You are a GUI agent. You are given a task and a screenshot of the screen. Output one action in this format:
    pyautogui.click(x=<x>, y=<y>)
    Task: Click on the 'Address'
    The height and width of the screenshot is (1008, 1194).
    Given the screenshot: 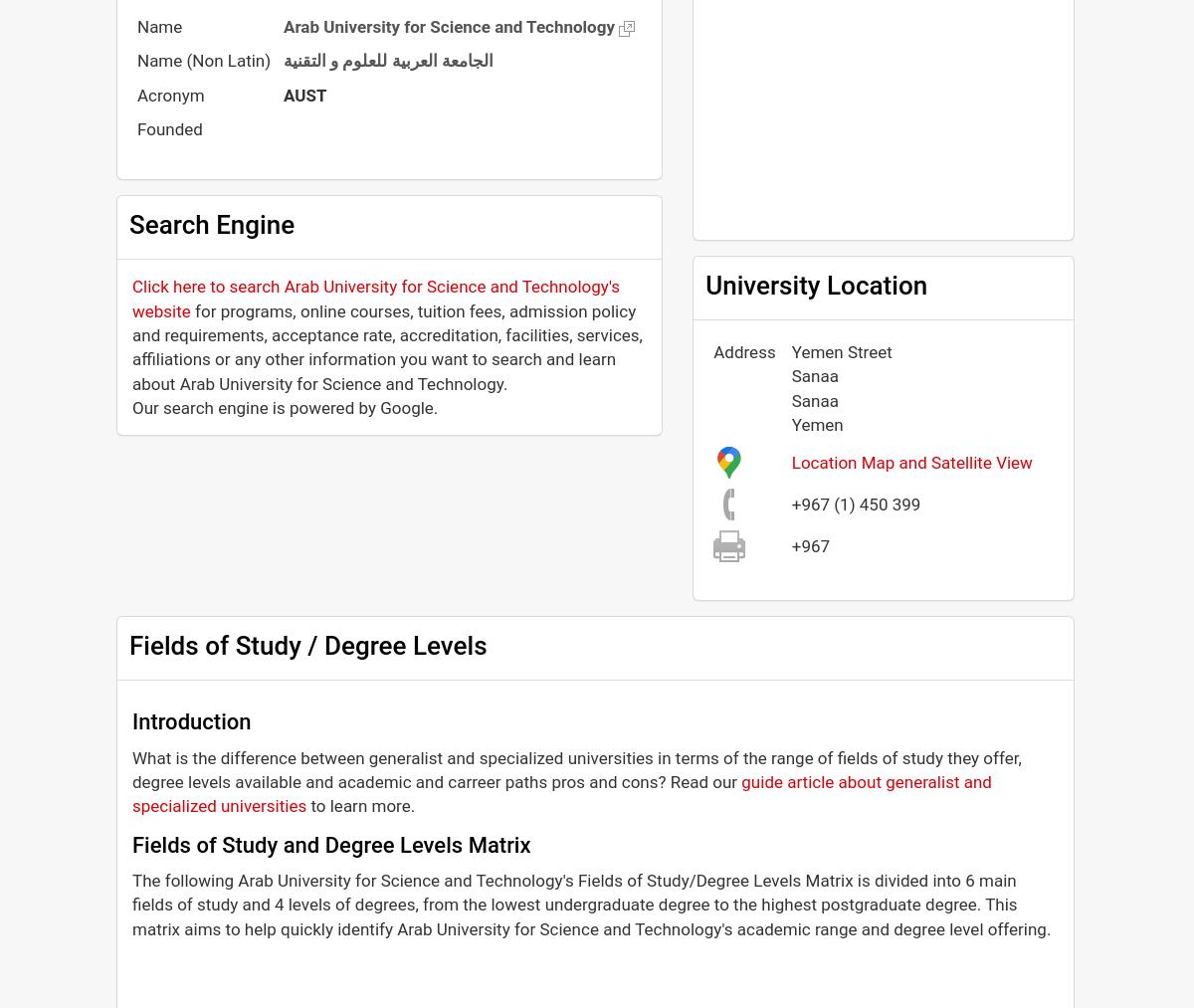 What is the action you would take?
    pyautogui.click(x=743, y=352)
    